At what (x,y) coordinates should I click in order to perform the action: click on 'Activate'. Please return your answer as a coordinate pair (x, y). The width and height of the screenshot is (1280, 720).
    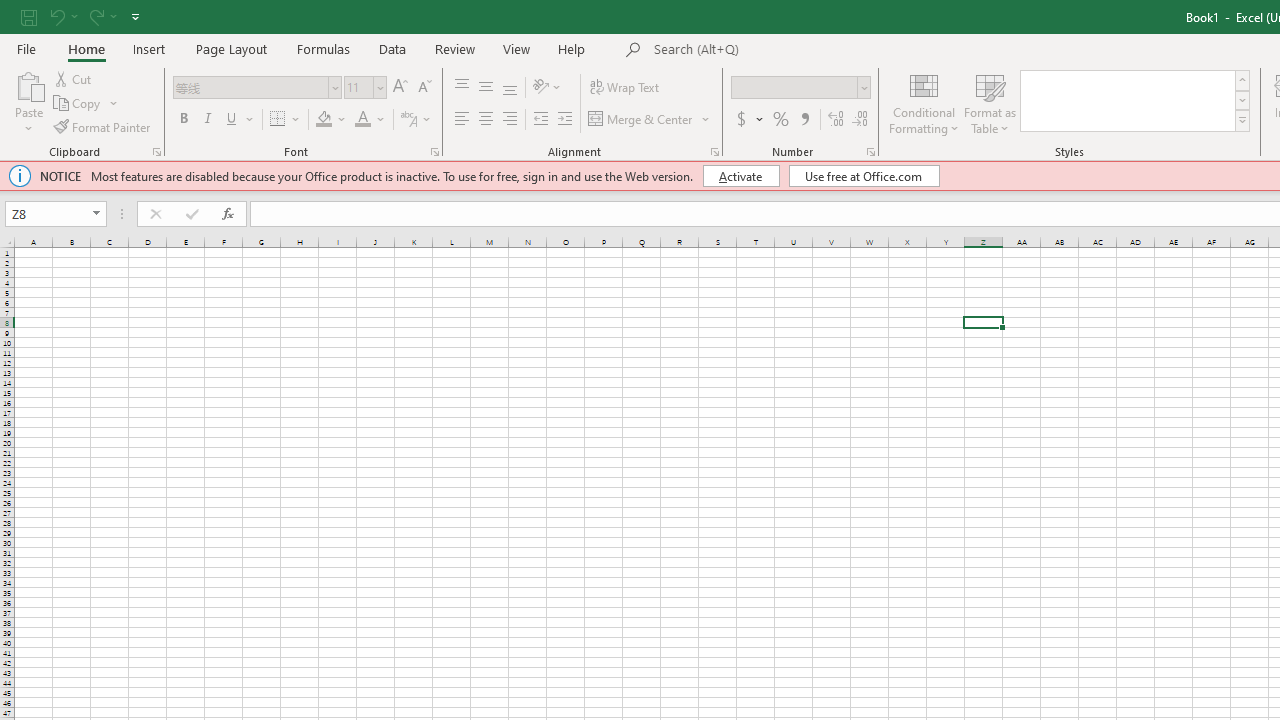
    Looking at the image, I should click on (740, 175).